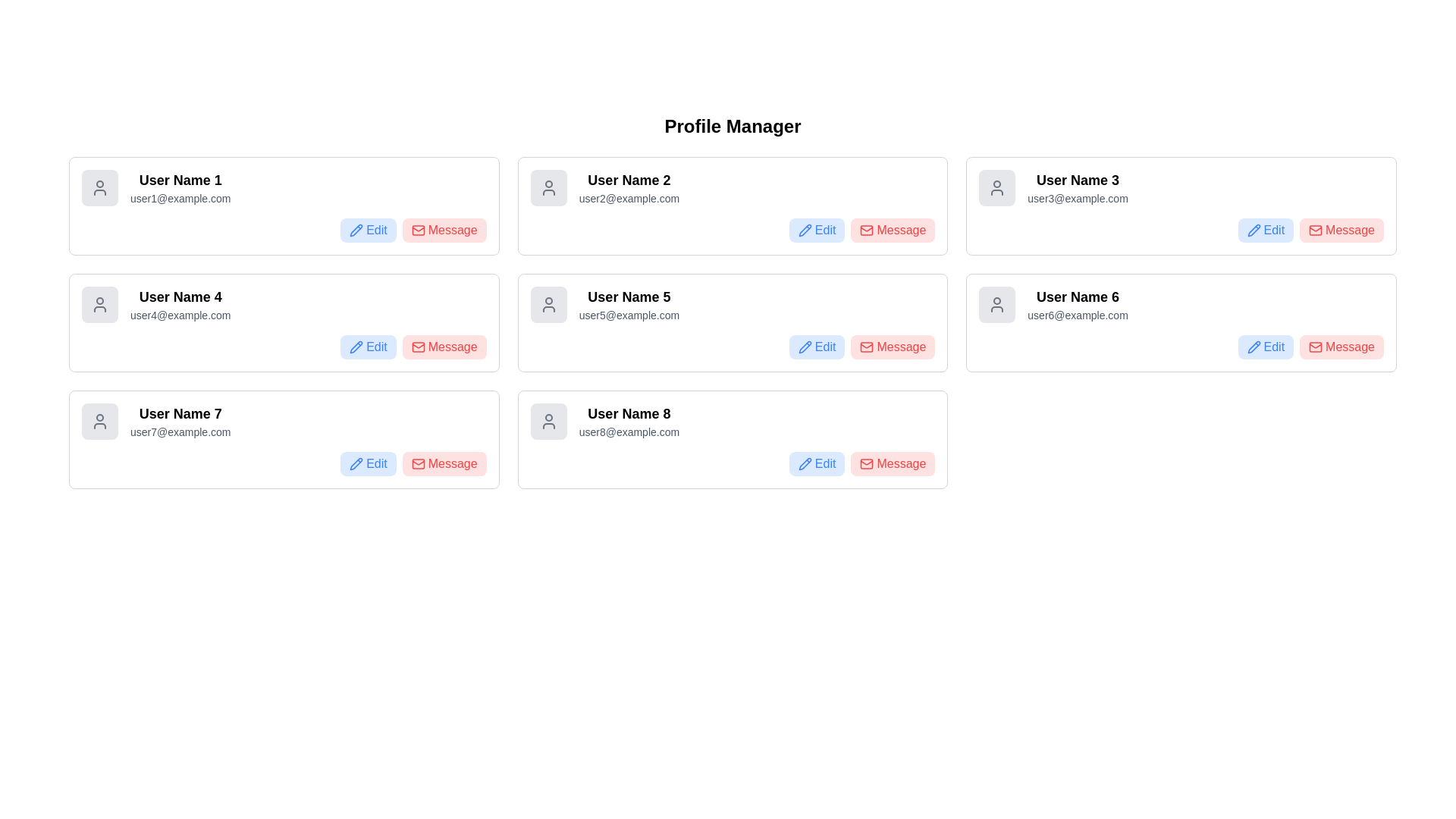 The width and height of the screenshot is (1456, 819). What do you see at coordinates (368, 231) in the screenshot?
I see `the 'Edit' button located to the right of the first user's card in the grid layout` at bounding box center [368, 231].